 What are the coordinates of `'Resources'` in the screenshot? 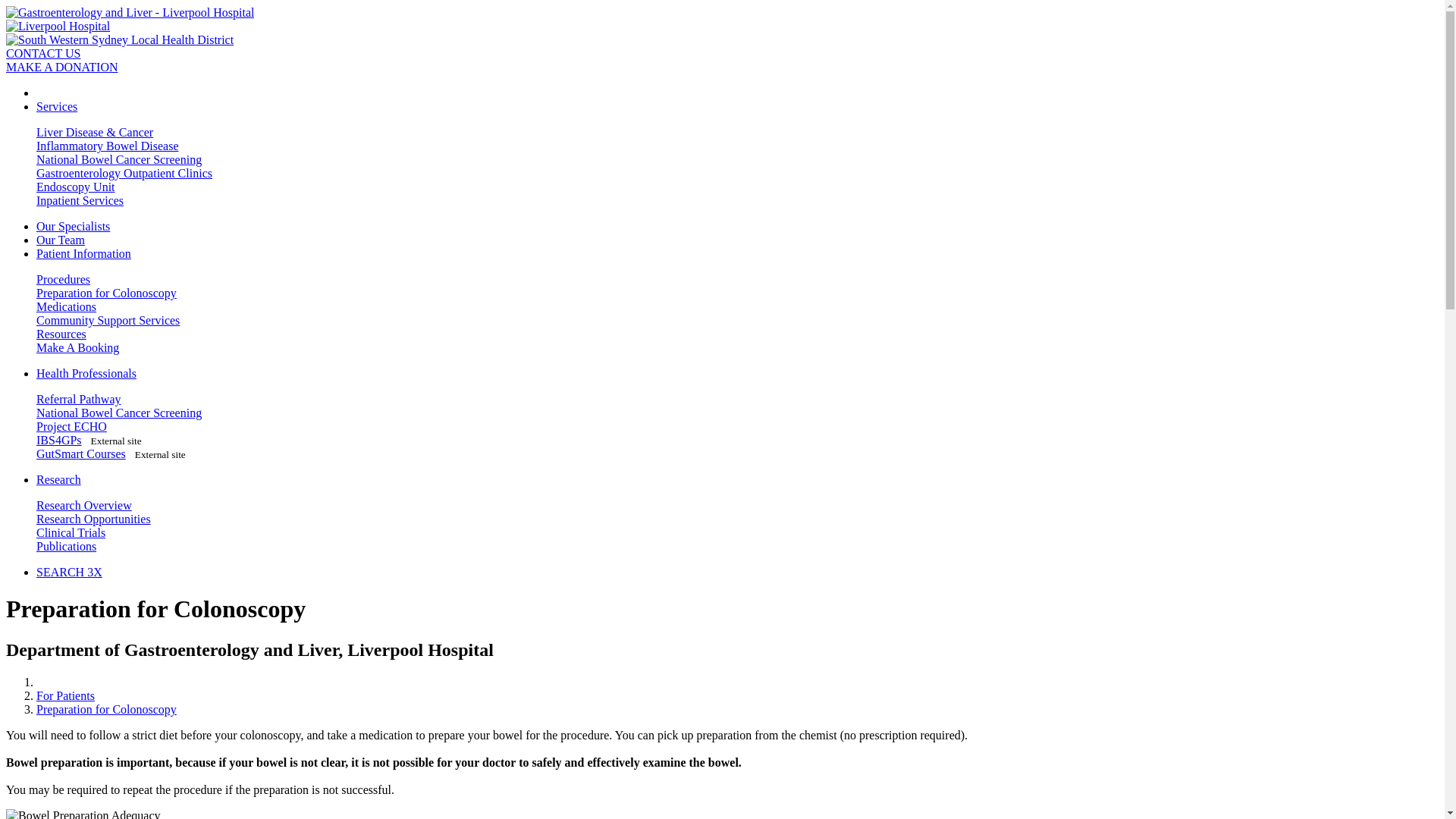 It's located at (36, 333).